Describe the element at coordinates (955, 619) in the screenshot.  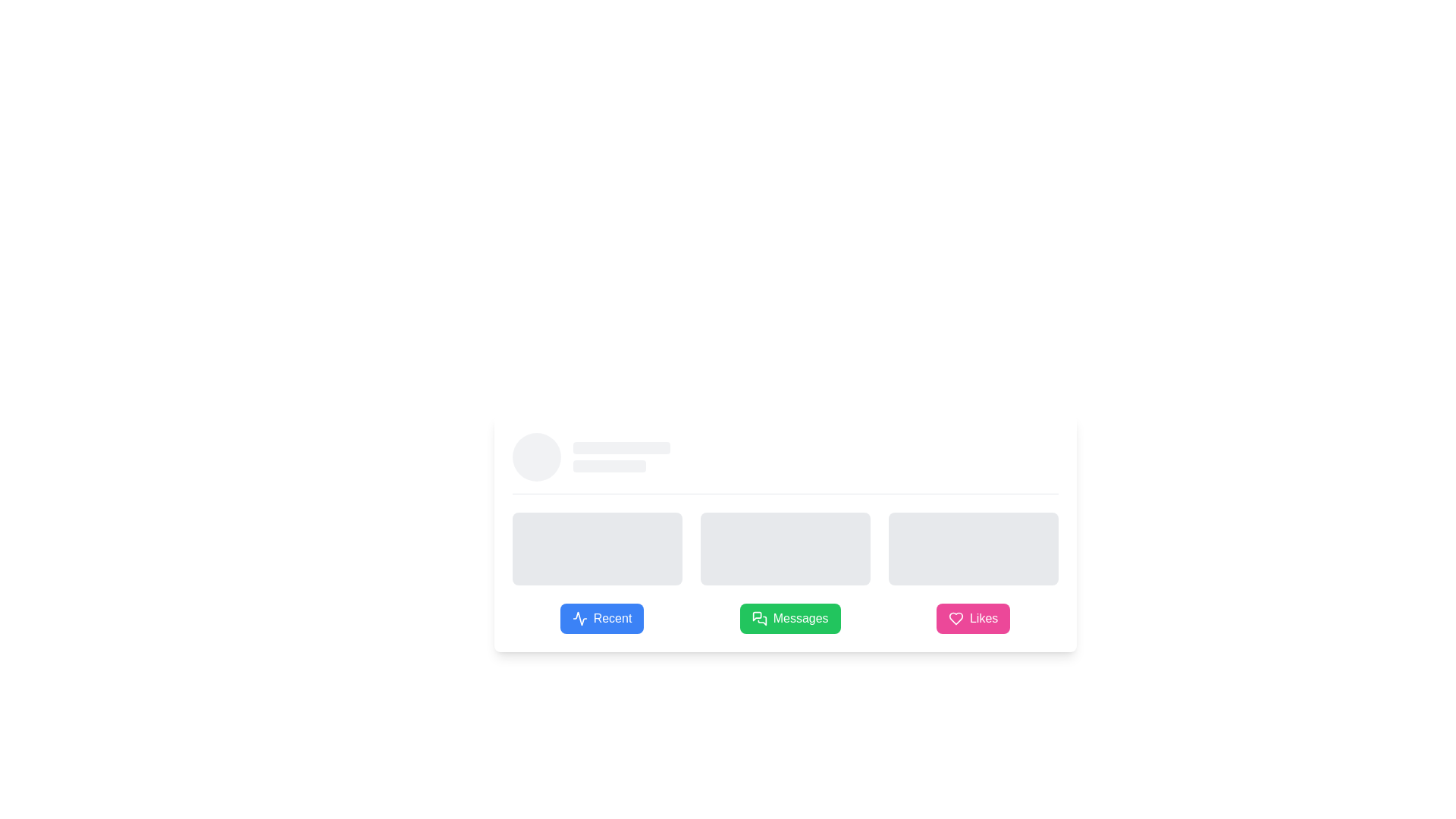
I see `the heart icon embedded in the 'Likes' button located at the bottom-right corner of the interface` at that location.